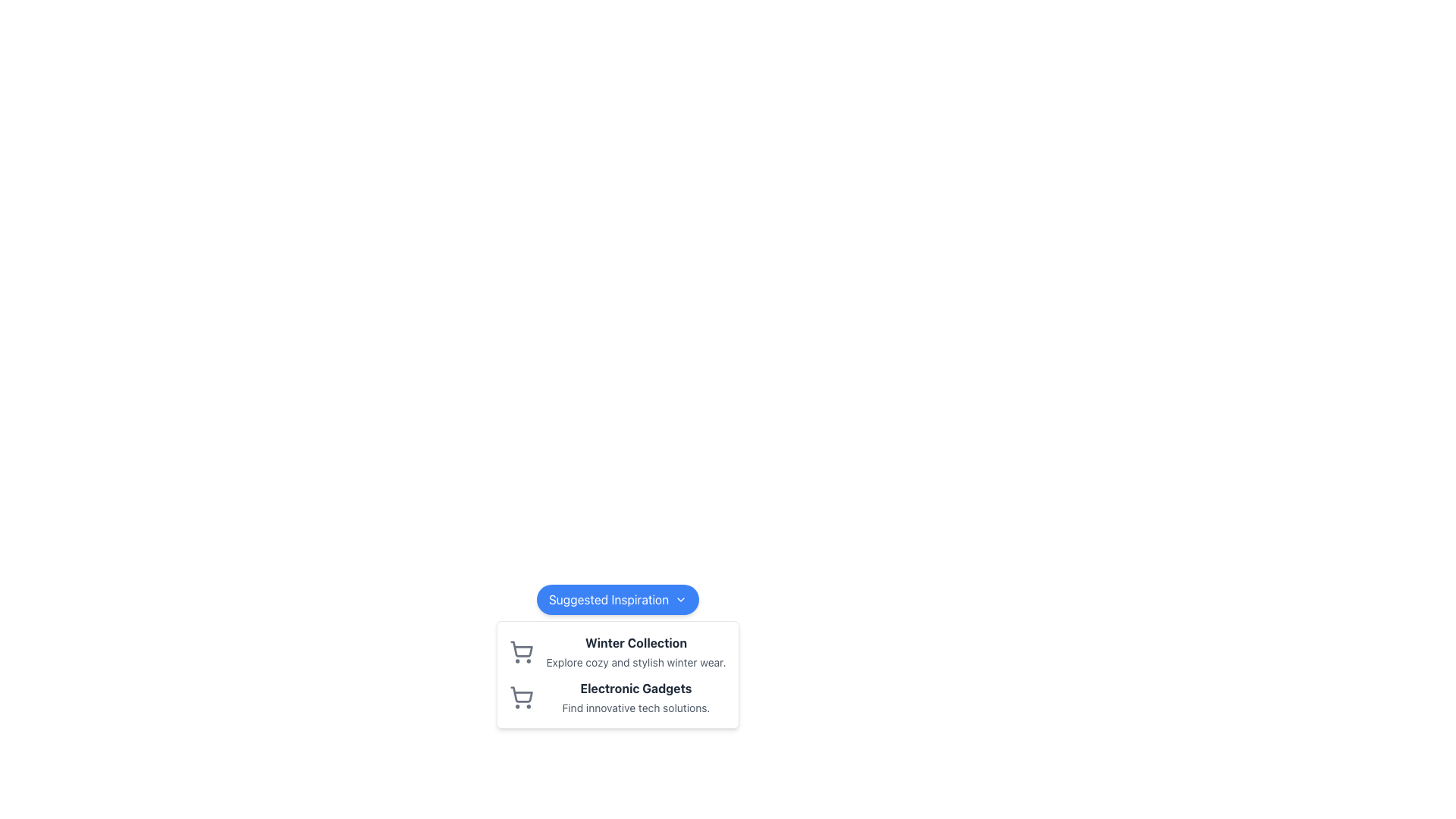 The image size is (1456, 819). What do you see at coordinates (680, 598) in the screenshot?
I see `the downward chevron icon located to the right of the 'Suggested Inspiration' text` at bounding box center [680, 598].